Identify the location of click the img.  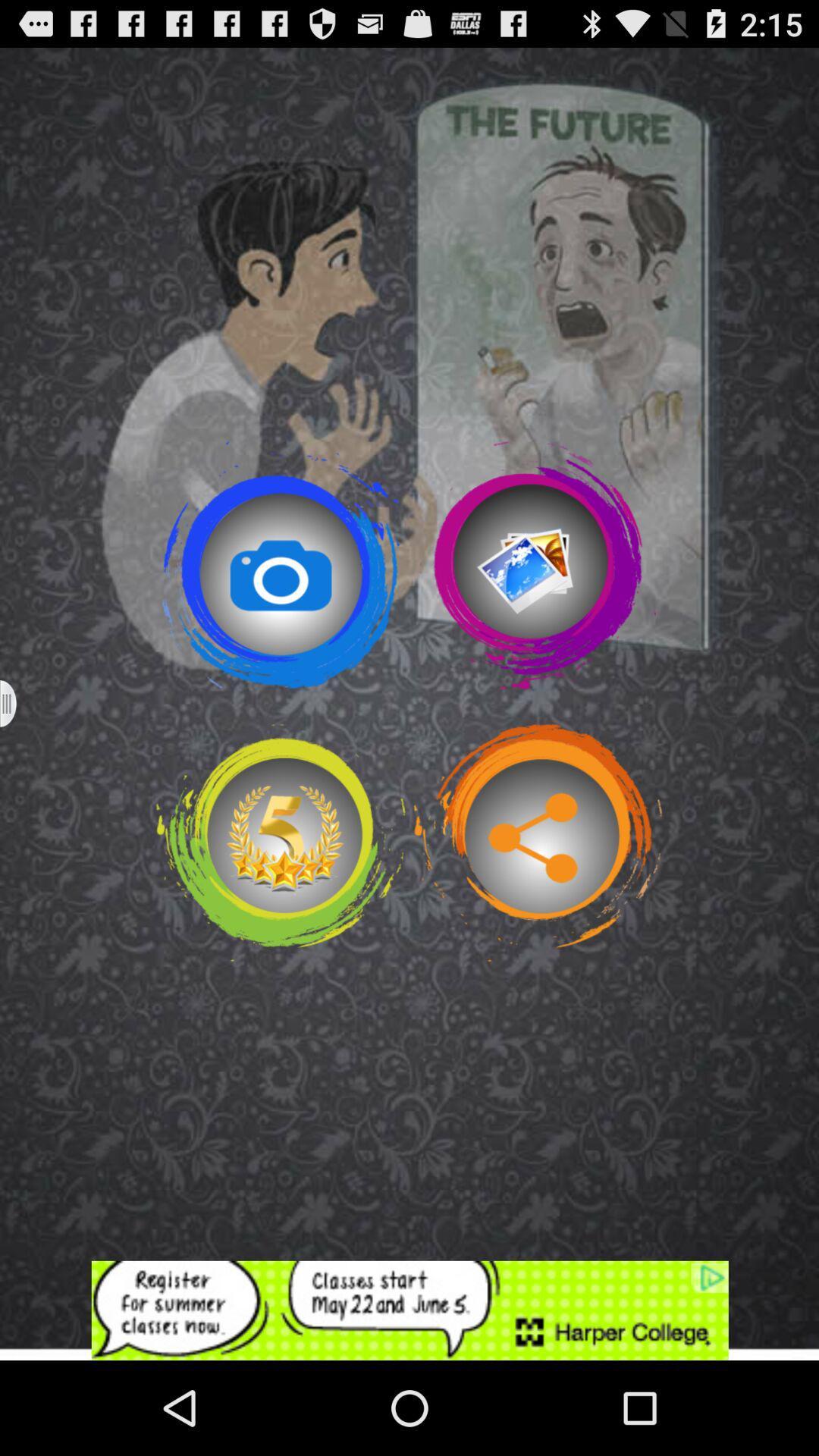
(537, 564).